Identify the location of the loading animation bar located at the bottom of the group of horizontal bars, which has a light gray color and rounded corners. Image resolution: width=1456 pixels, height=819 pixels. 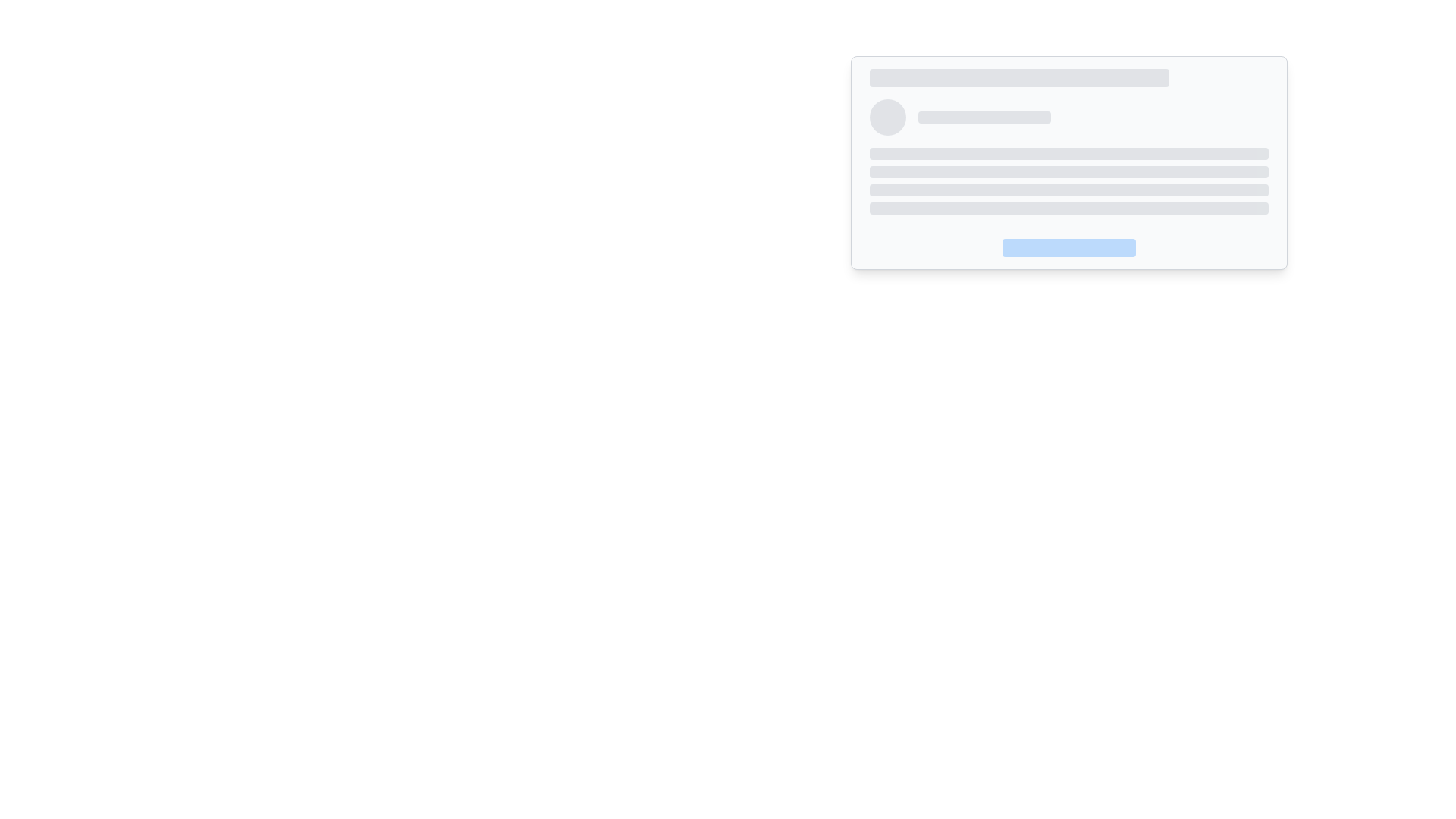
(1068, 208).